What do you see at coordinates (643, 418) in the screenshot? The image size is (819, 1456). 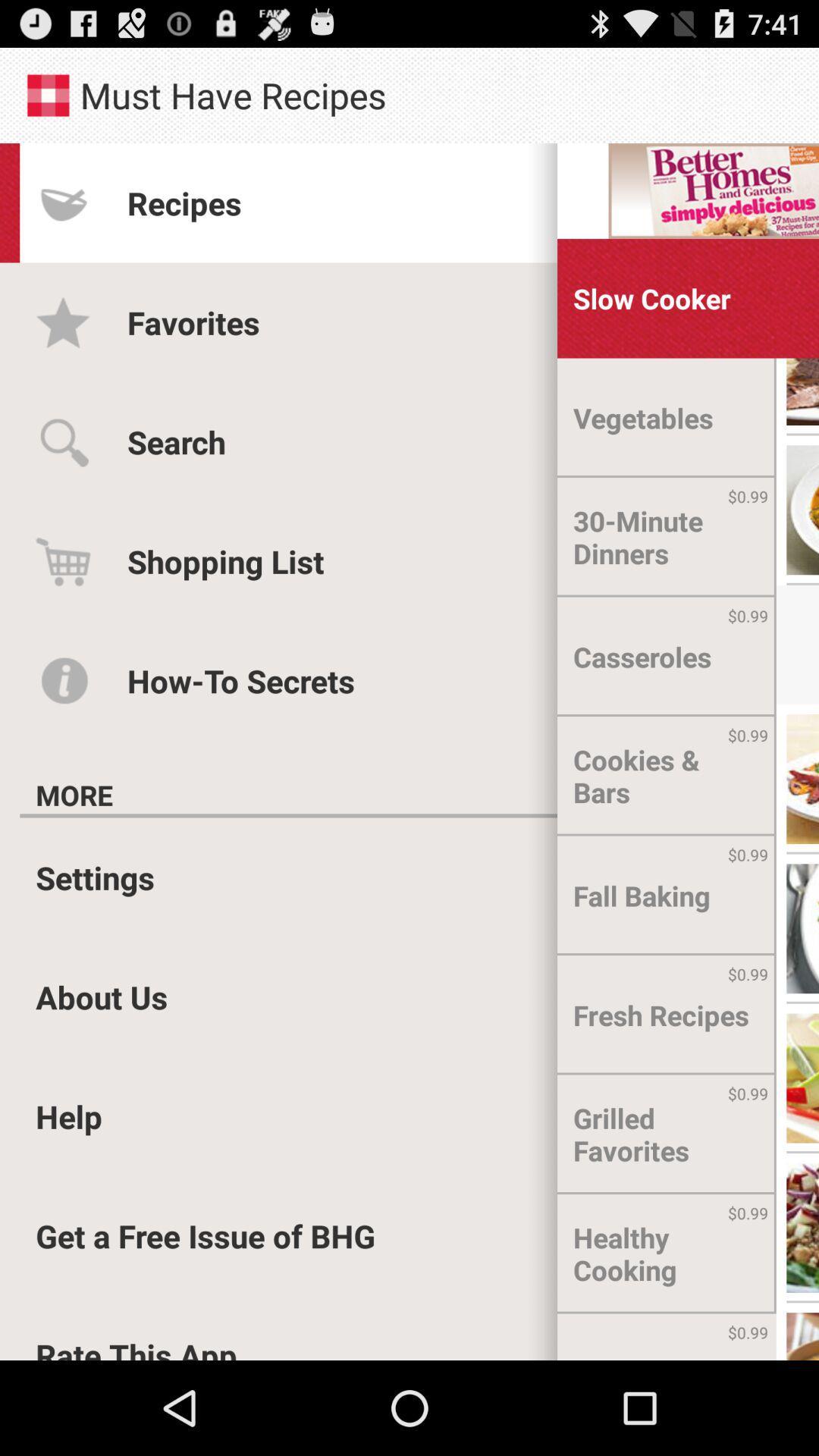 I see `icon next to favorites` at bounding box center [643, 418].